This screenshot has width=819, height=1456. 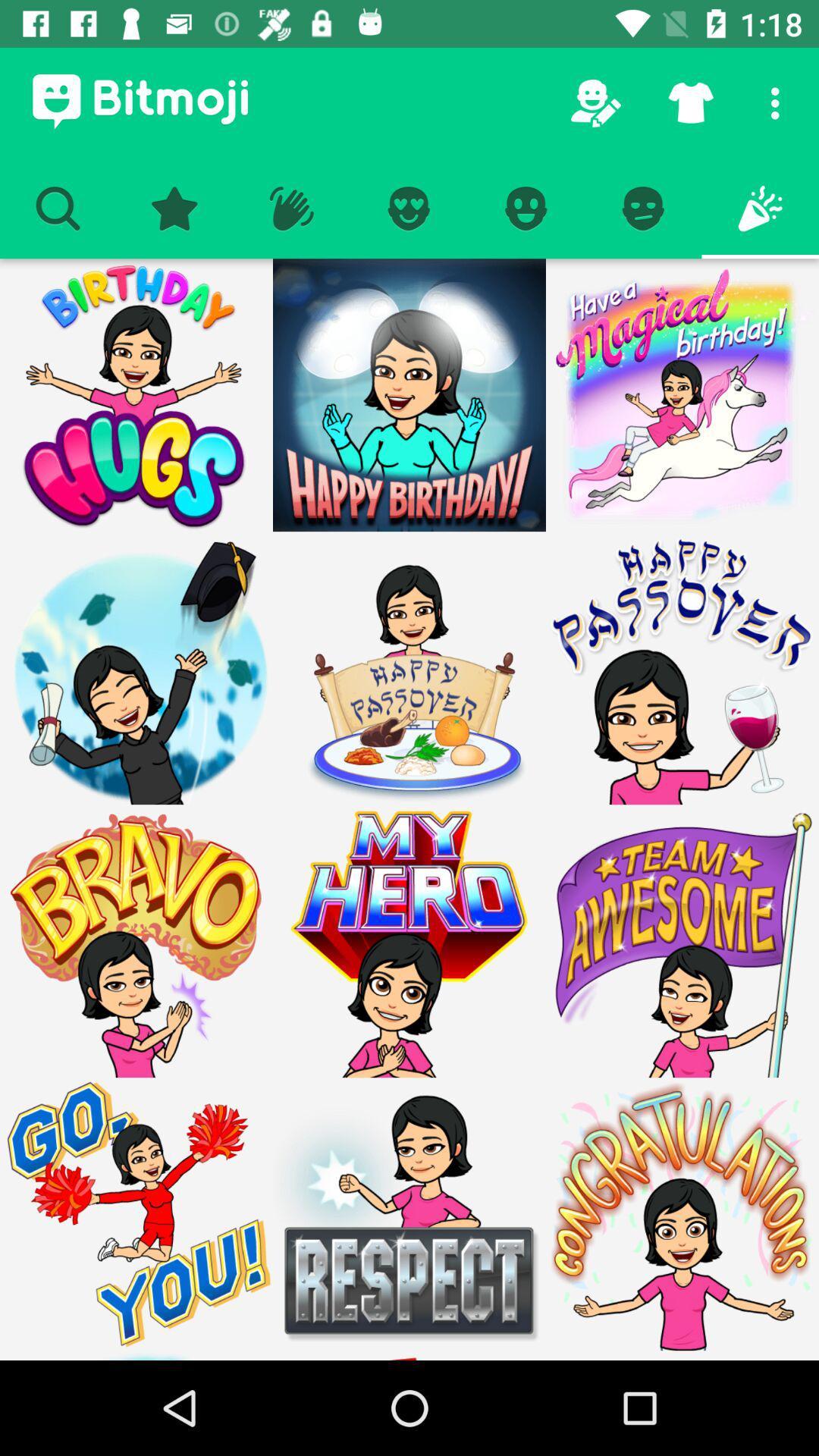 What do you see at coordinates (409, 940) in the screenshot?
I see `image` at bounding box center [409, 940].